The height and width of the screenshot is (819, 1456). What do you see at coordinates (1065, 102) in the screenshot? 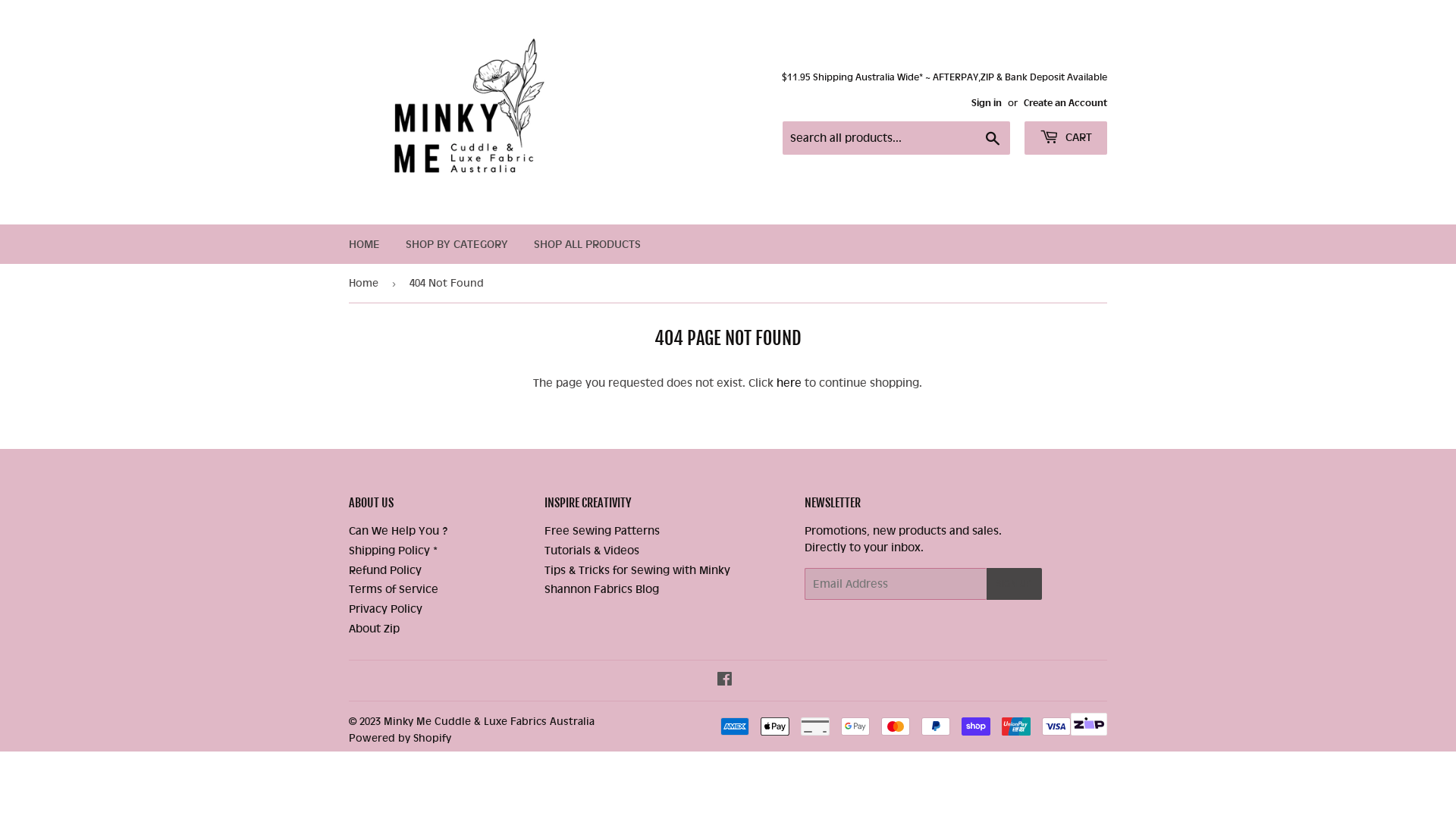
I see `'Create an Account'` at bounding box center [1065, 102].